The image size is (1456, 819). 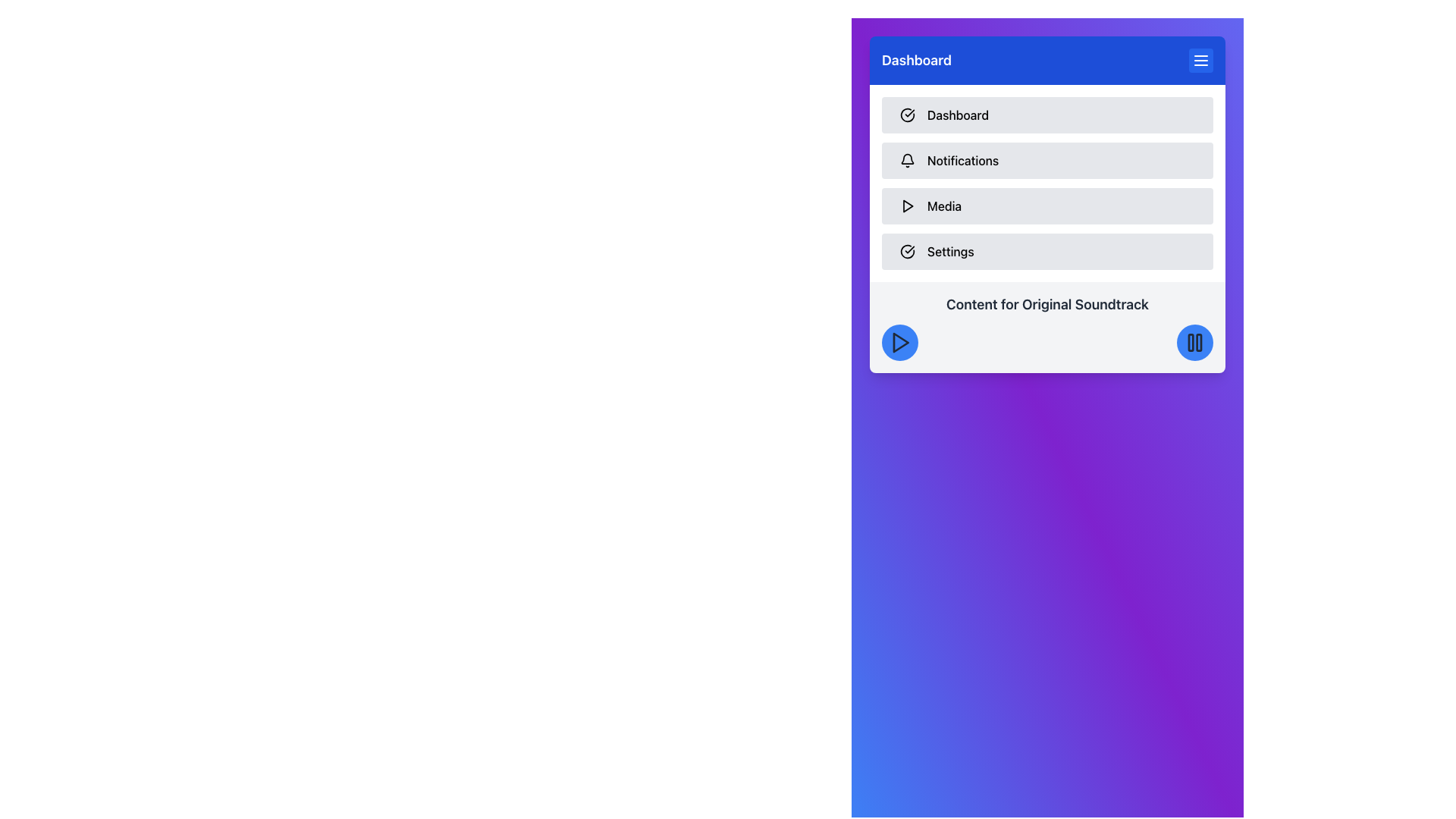 I want to click on the small, square blue button with rounded corners located in the top-right corner of the header bar adjacent to the 'Dashboard' label, which features a white hamburger icon to trigger hover effects, so click(x=1200, y=60).